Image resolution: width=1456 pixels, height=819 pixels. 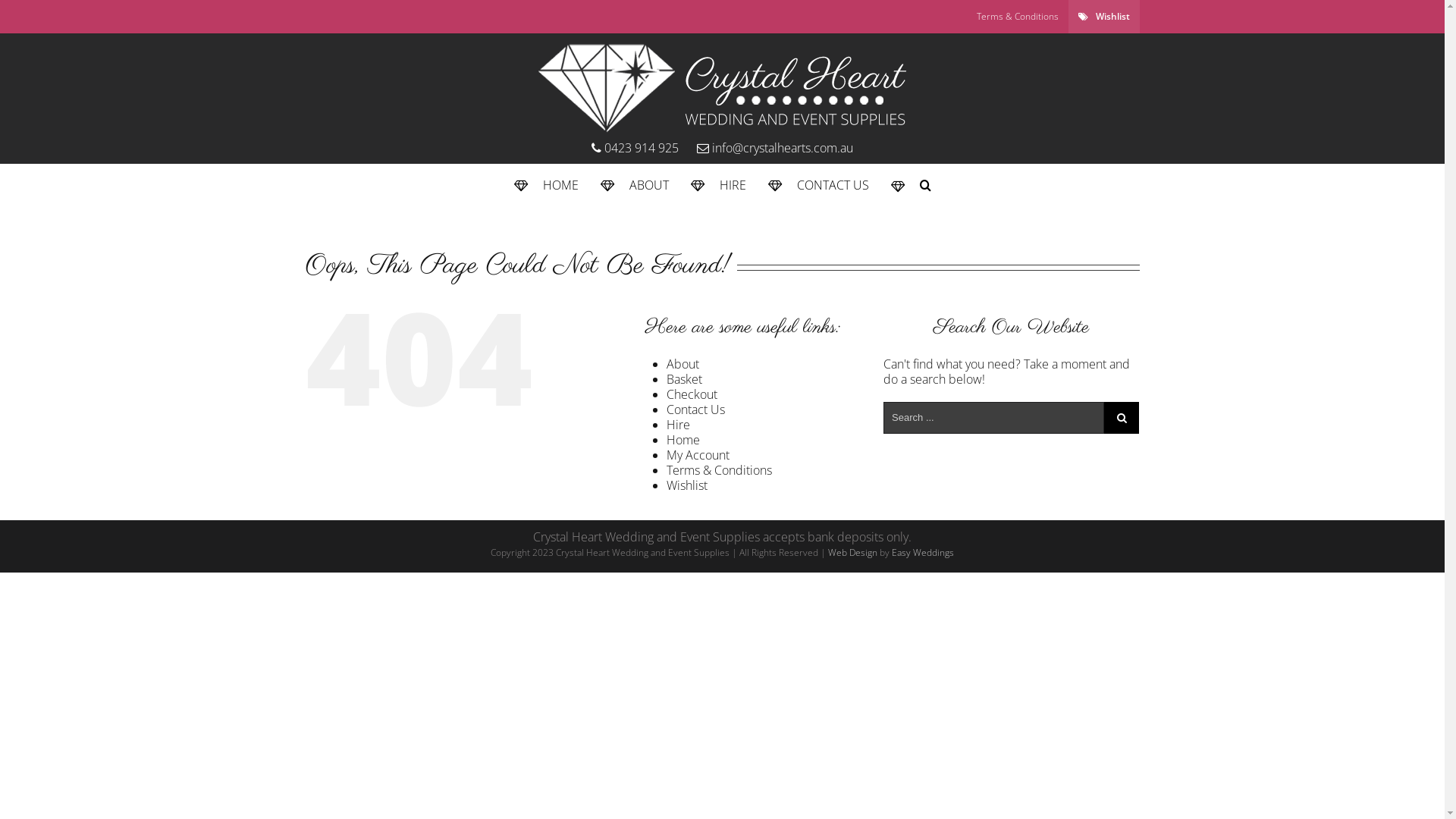 I want to click on 'CONTACT US', so click(x=817, y=184).